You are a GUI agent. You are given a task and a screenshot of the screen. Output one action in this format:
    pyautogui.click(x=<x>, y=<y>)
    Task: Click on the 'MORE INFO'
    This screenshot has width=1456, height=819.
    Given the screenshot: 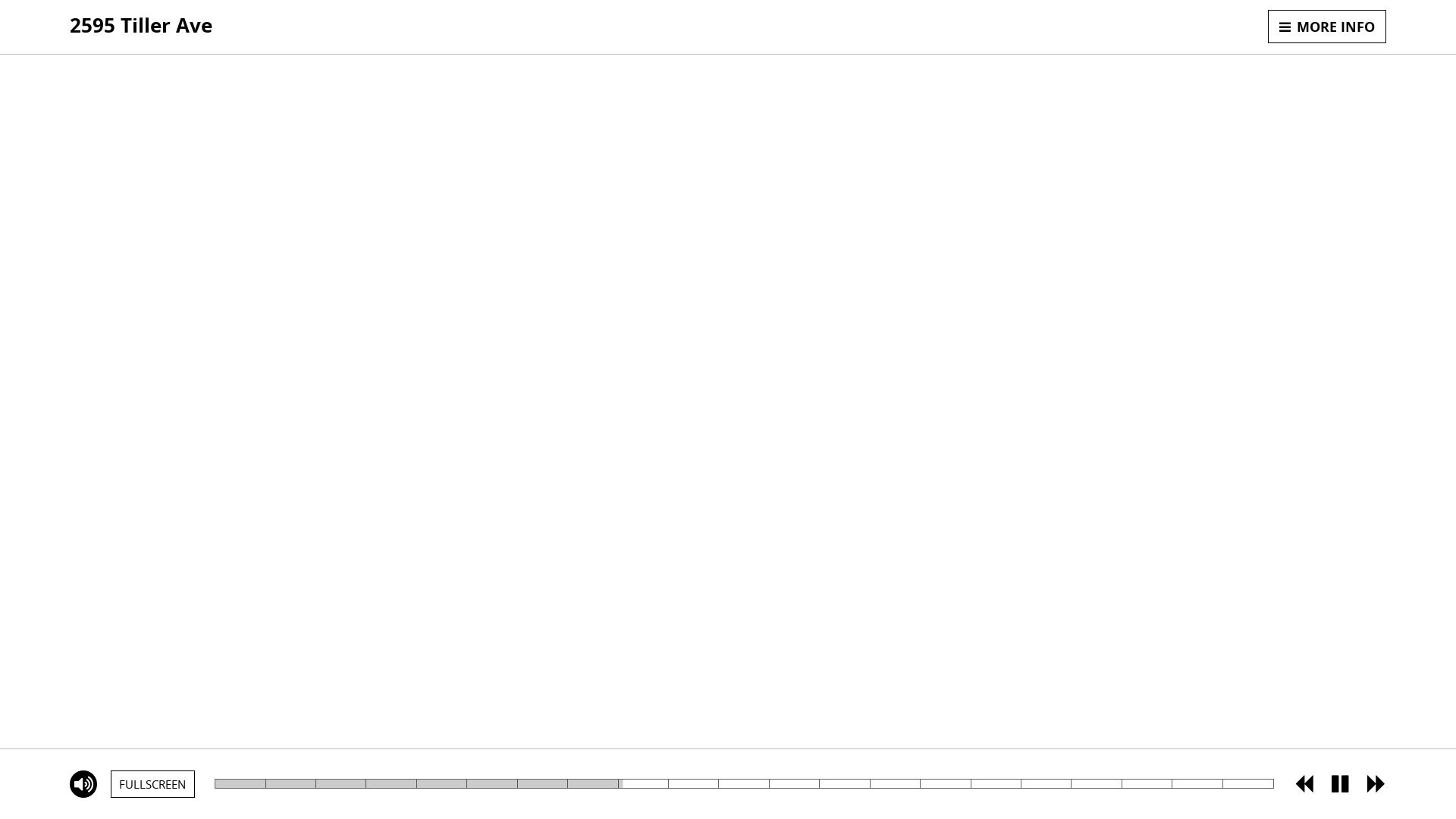 What is the action you would take?
    pyautogui.click(x=1326, y=26)
    